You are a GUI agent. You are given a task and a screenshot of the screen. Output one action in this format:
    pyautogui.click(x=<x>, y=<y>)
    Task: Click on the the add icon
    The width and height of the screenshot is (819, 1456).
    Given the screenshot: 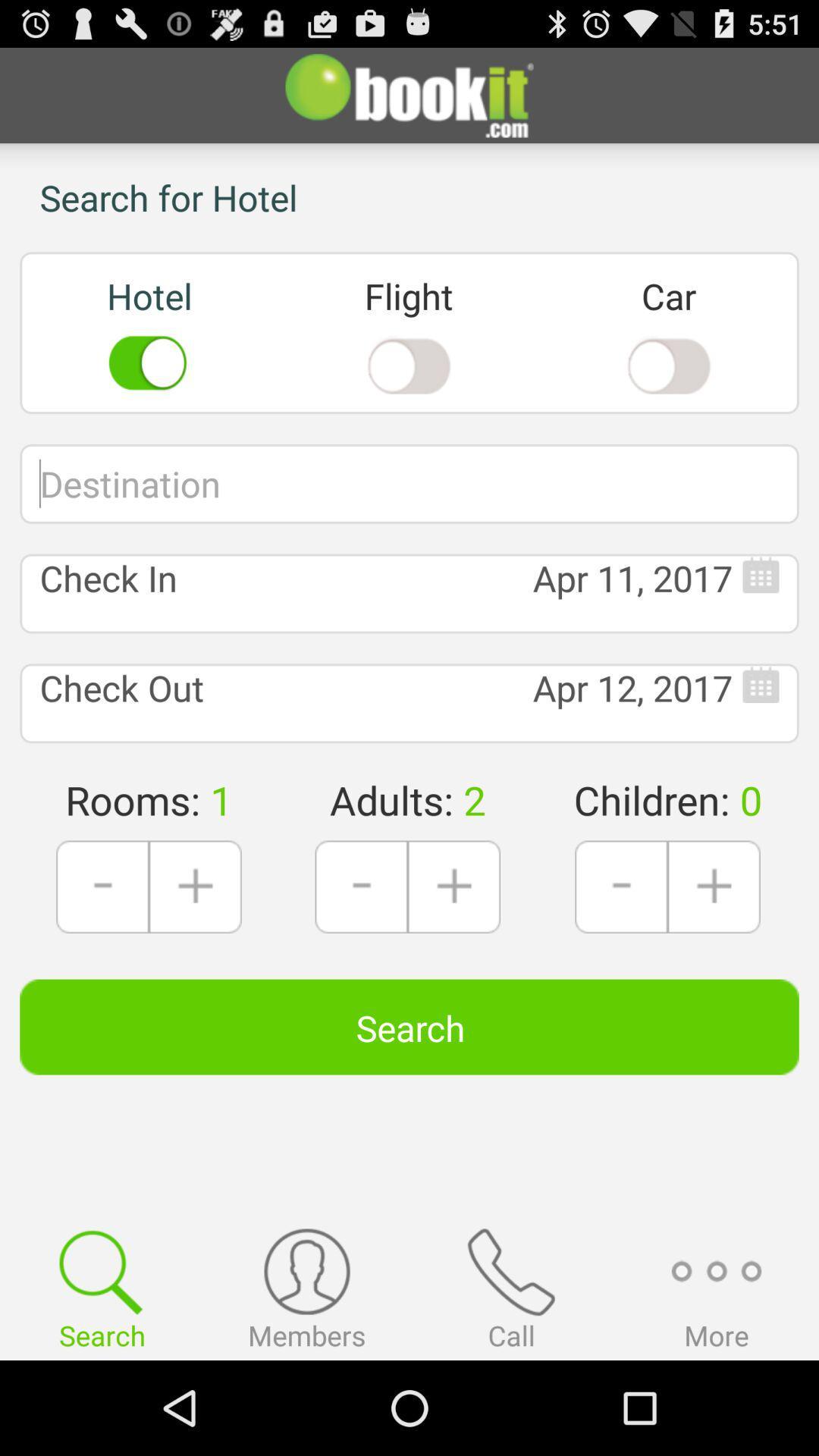 What is the action you would take?
    pyautogui.click(x=453, y=948)
    